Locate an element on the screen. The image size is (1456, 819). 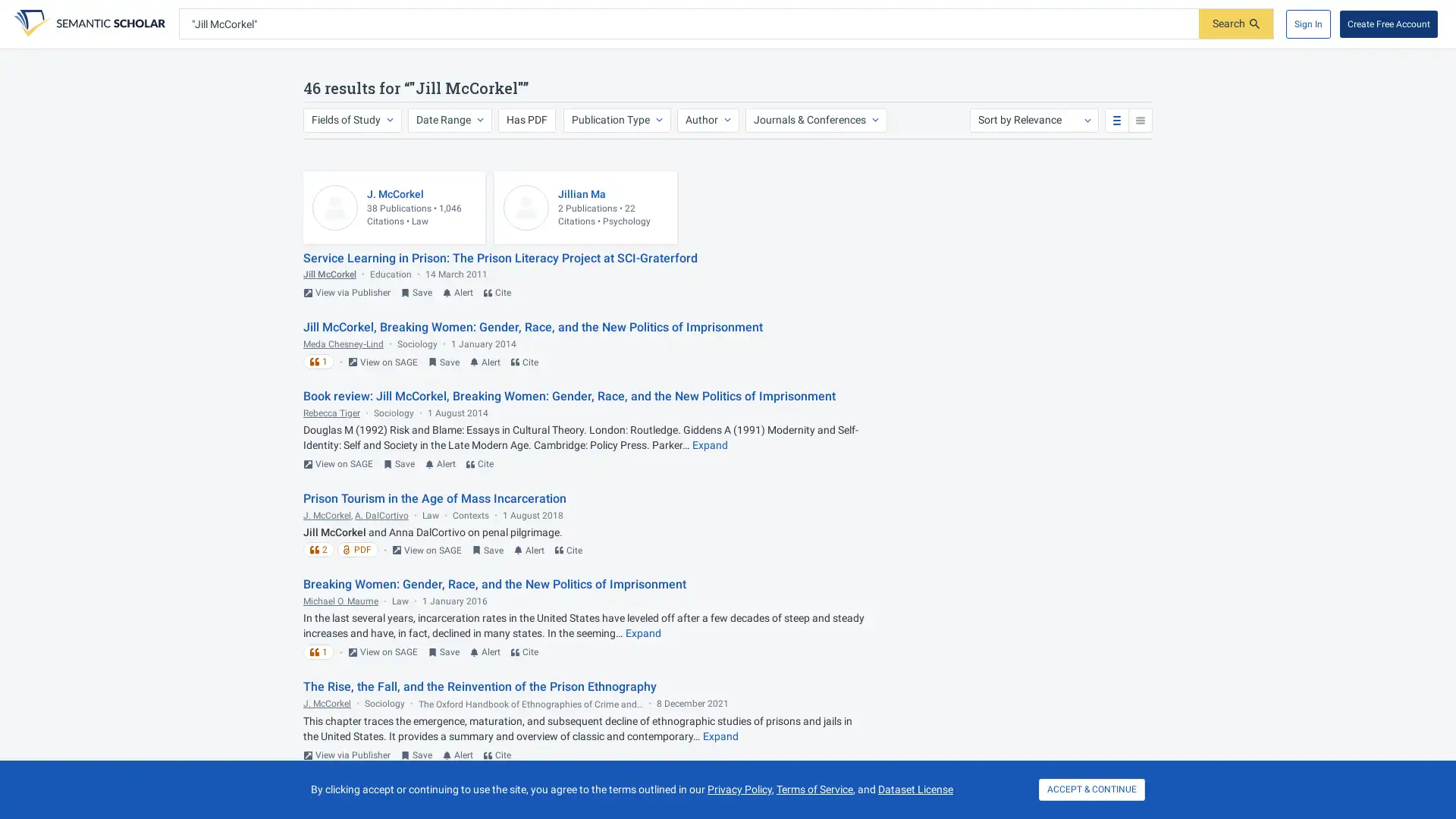
Save to Library is located at coordinates (488, 550).